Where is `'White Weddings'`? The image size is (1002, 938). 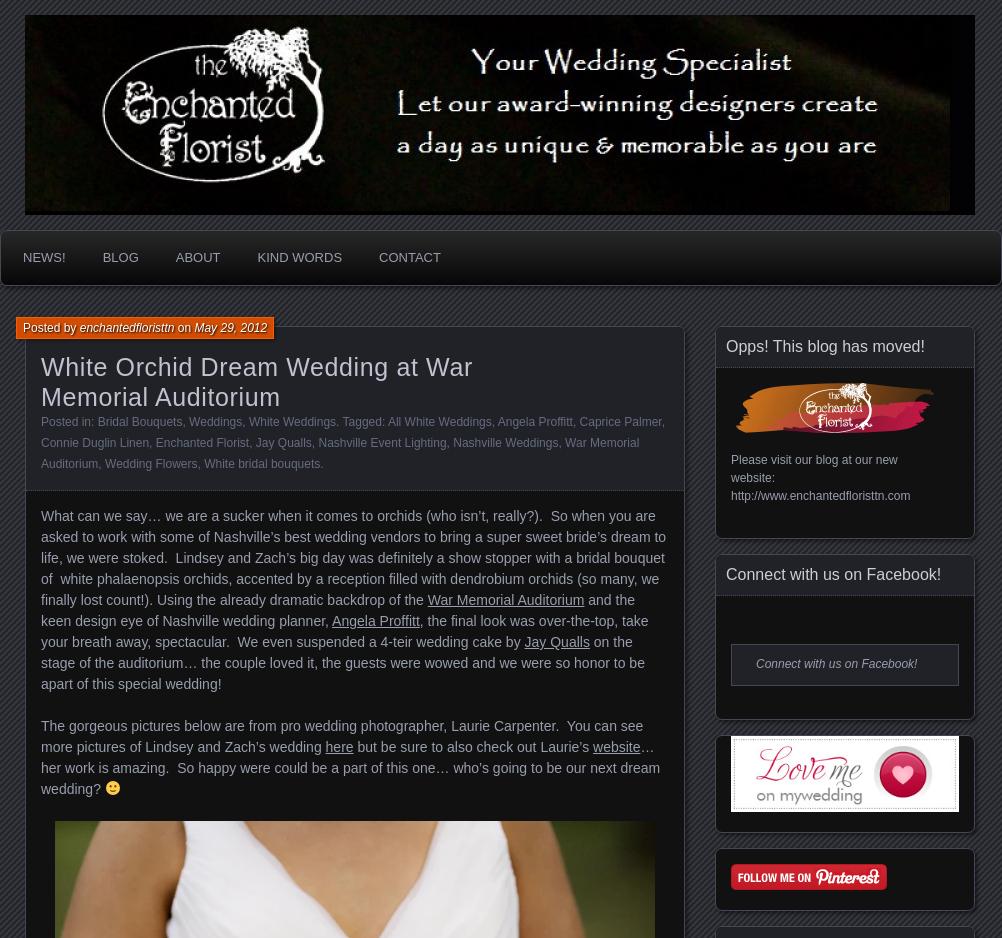 'White Weddings' is located at coordinates (247, 422).